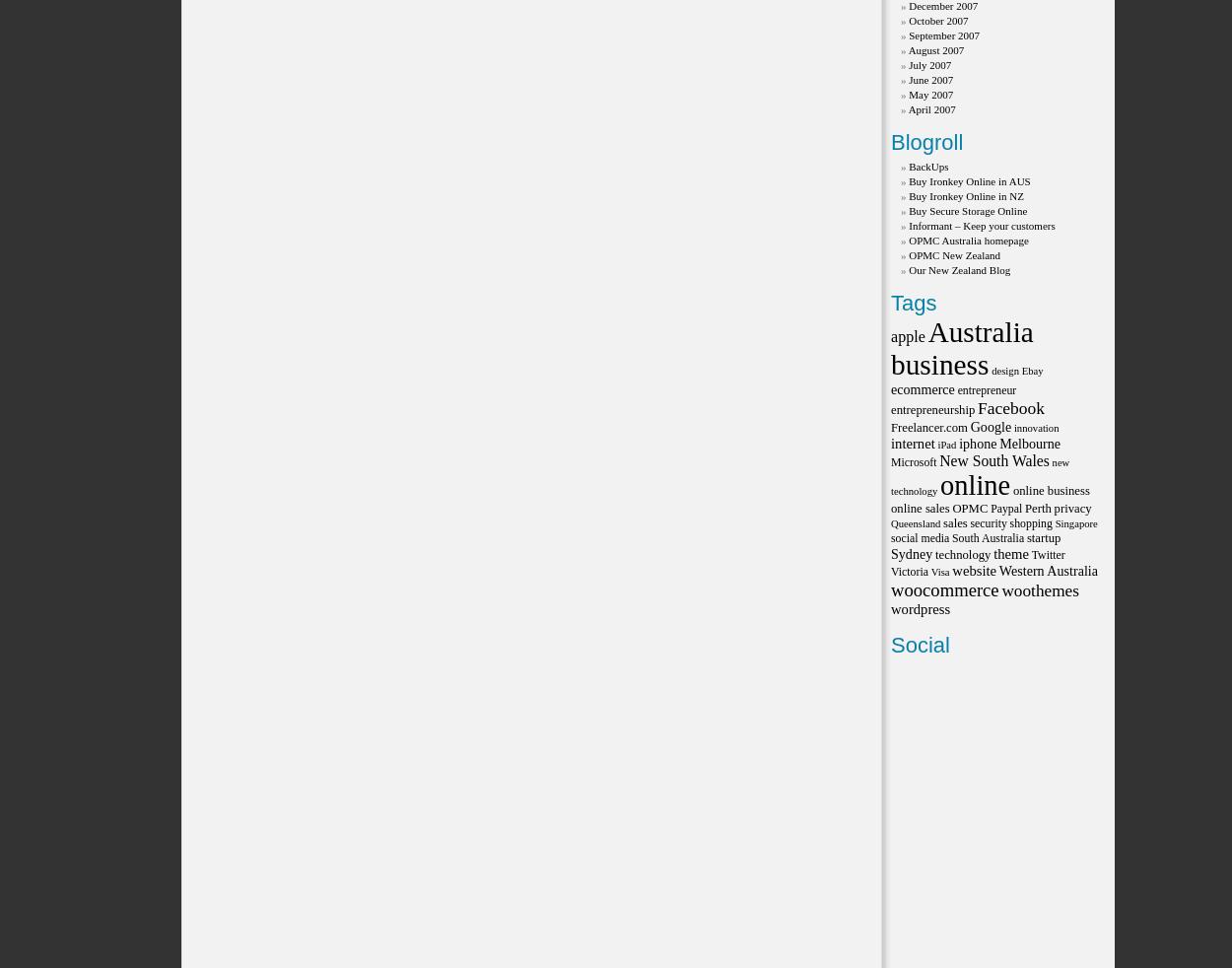  What do you see at coordinates (938, 571) in the screenshot?
I see `'Visa'` at bounding box center [938, 571].